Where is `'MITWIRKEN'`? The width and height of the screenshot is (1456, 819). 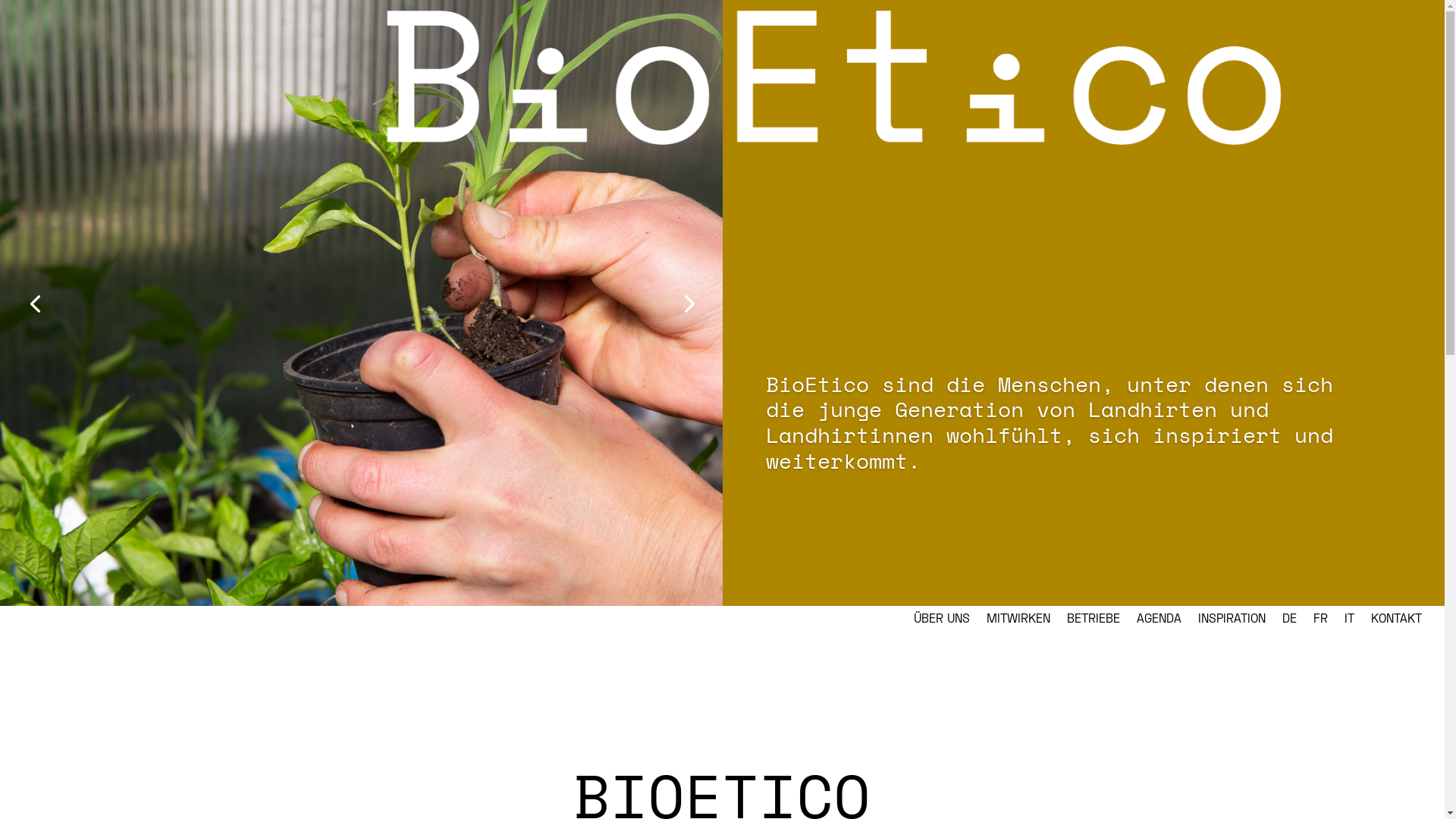
'MITWIRKEN' is located at coordinates (986, 620).